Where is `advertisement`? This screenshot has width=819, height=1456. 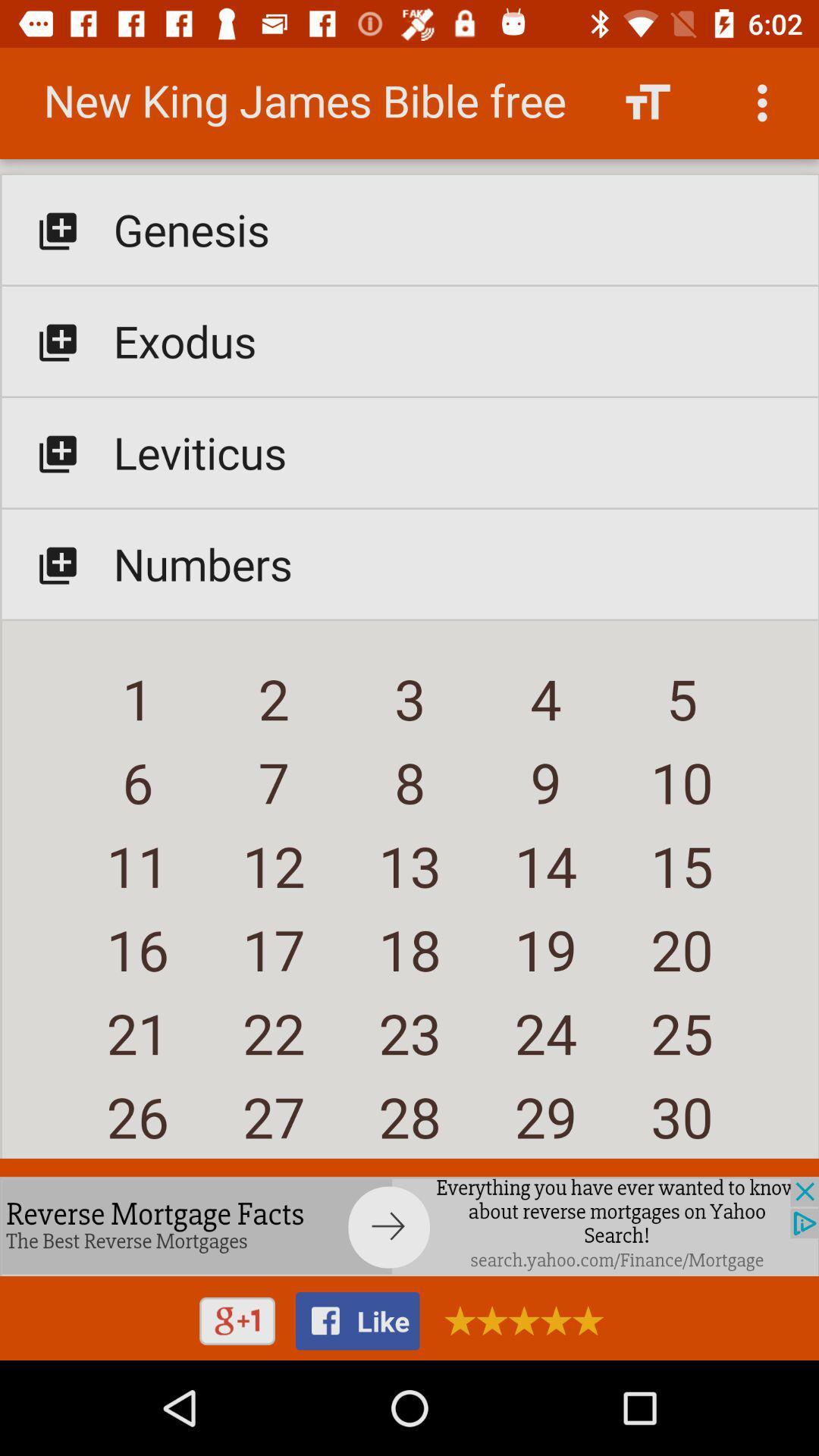
advertisement is located at coordinates (409, 1226).